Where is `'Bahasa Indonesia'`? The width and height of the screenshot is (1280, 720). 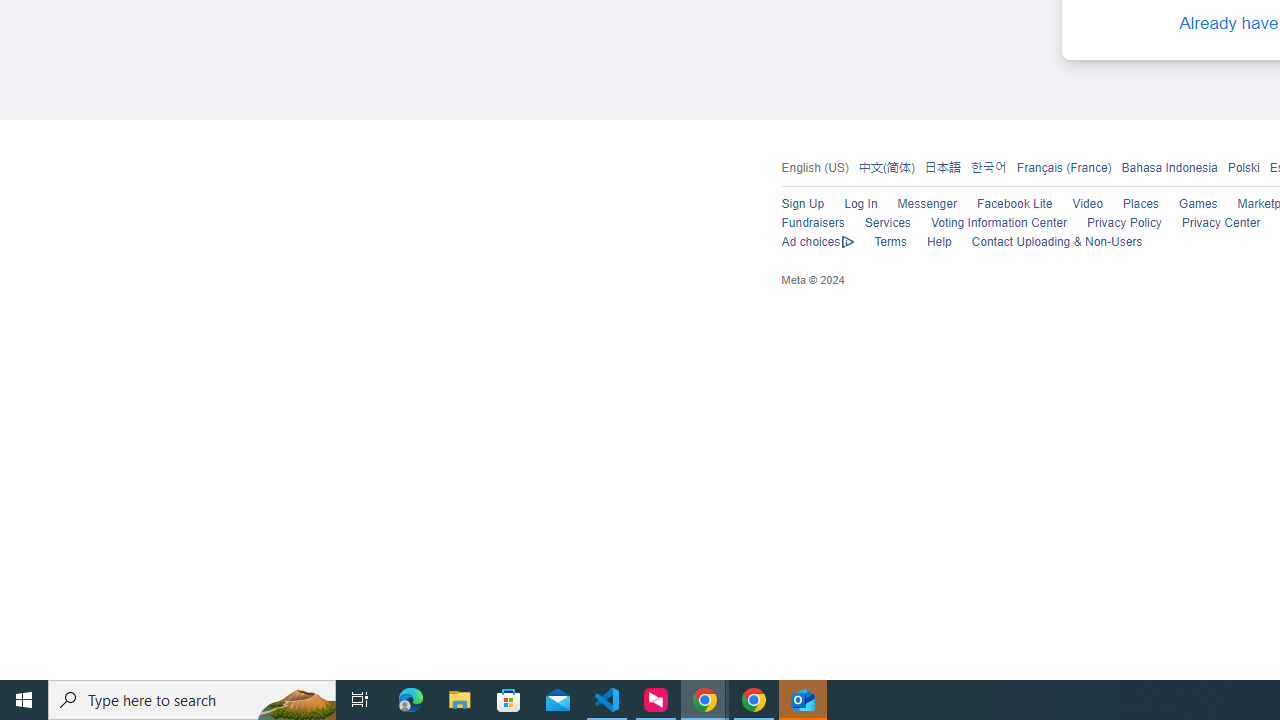 'Bahasa Indonesia' is located at coordinates (1169, 166).